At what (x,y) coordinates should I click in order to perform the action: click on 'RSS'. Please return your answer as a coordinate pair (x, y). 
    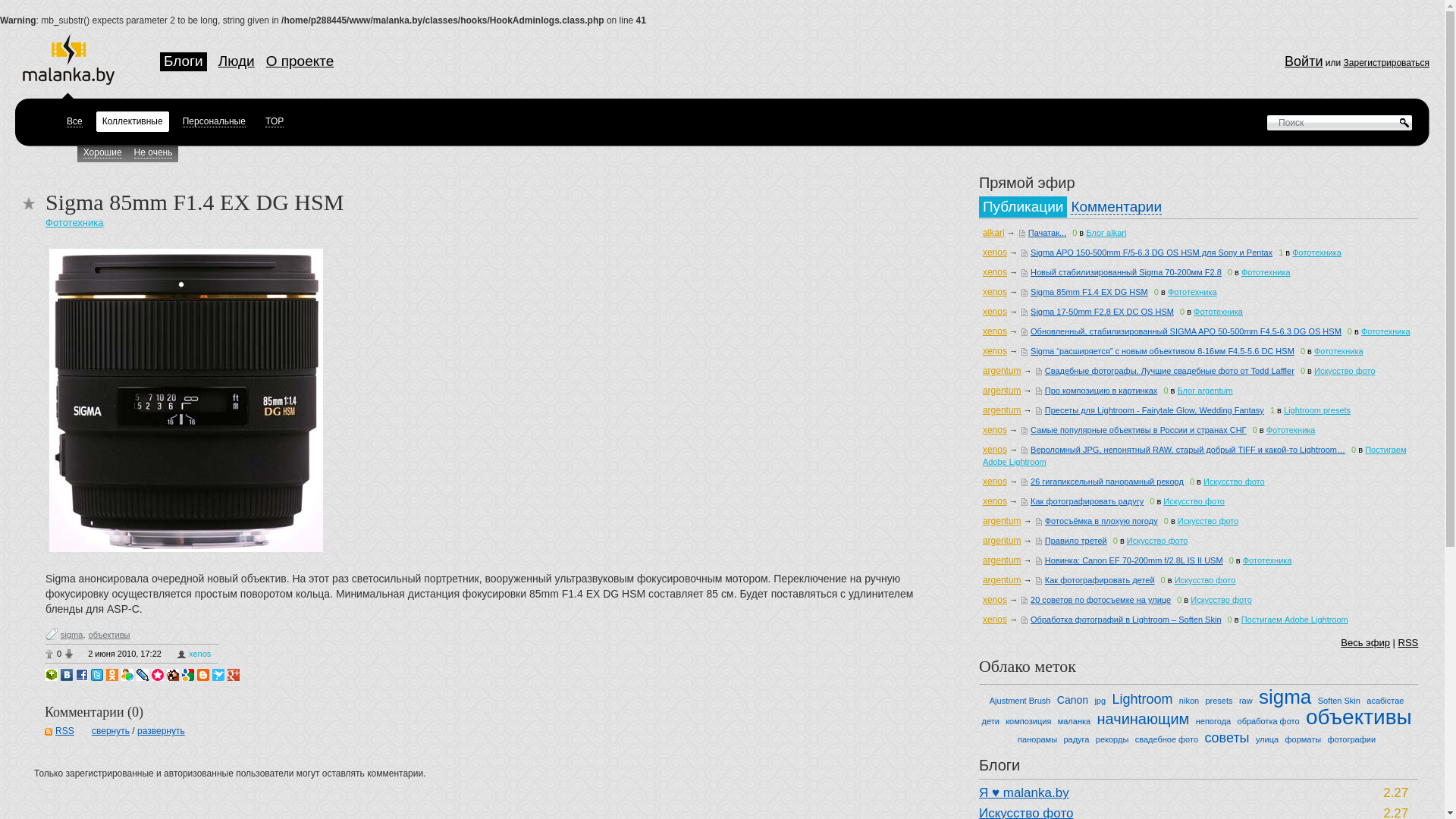
    Looking at the image, I should click on (59, 730).